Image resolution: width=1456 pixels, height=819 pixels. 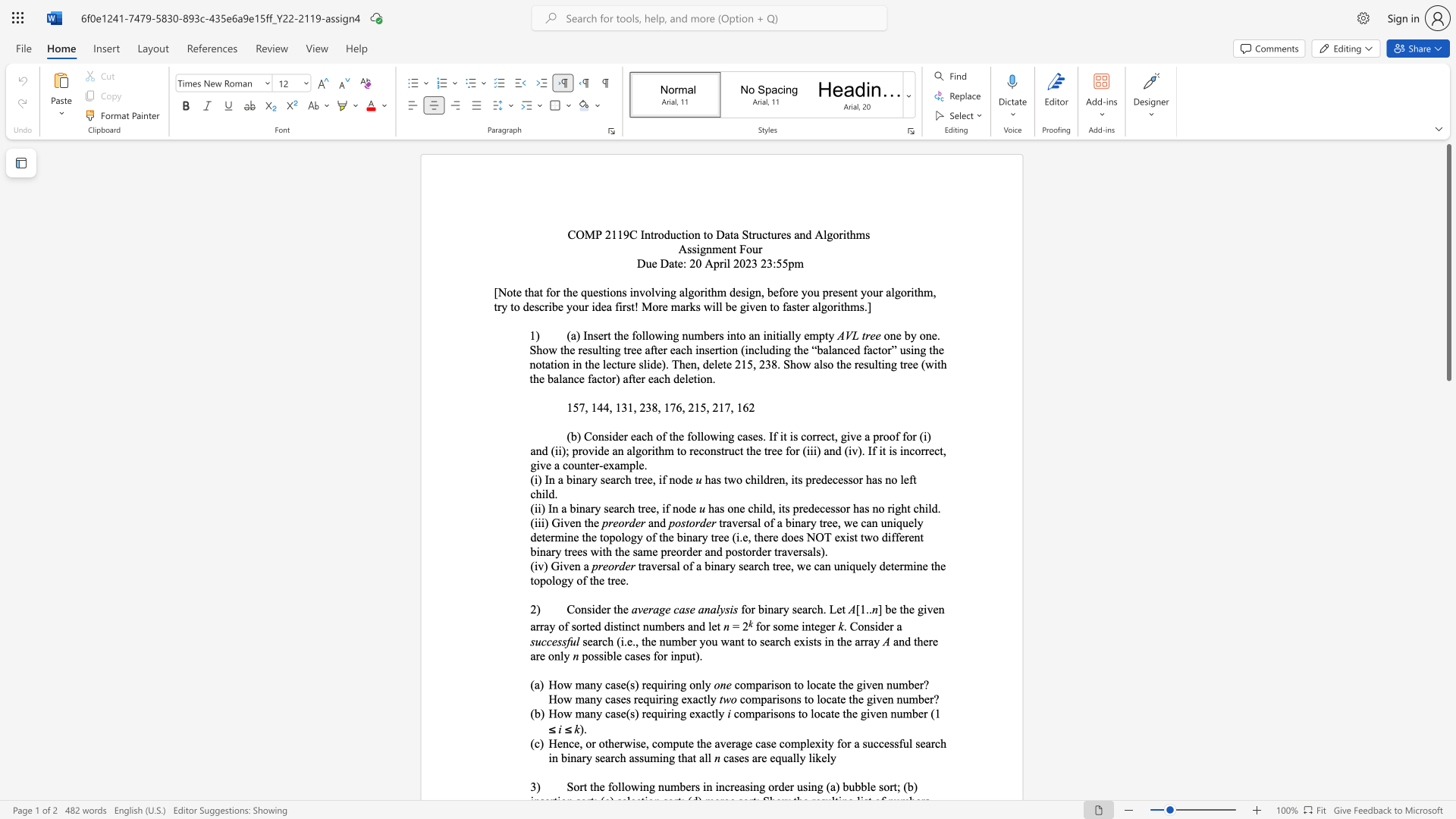 What do you see at coordinates (673, 608) in the screenshot?
I see `the subset text "case analys" within the text "average case analysis"` at bounding box center [673, 608].